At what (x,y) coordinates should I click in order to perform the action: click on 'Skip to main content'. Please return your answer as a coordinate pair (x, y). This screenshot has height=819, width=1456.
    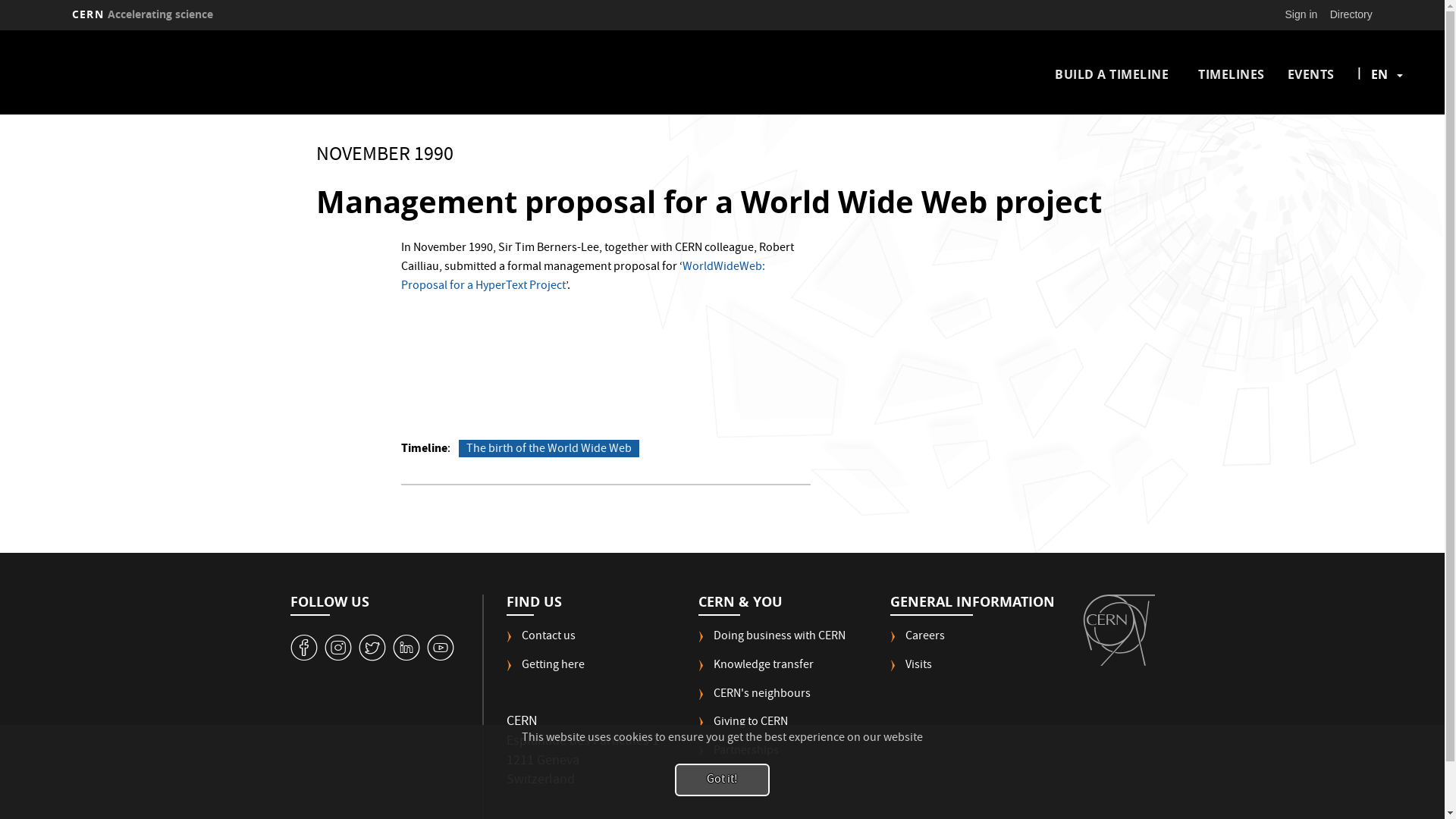
    Looking at the image, I should click on (0, 30).